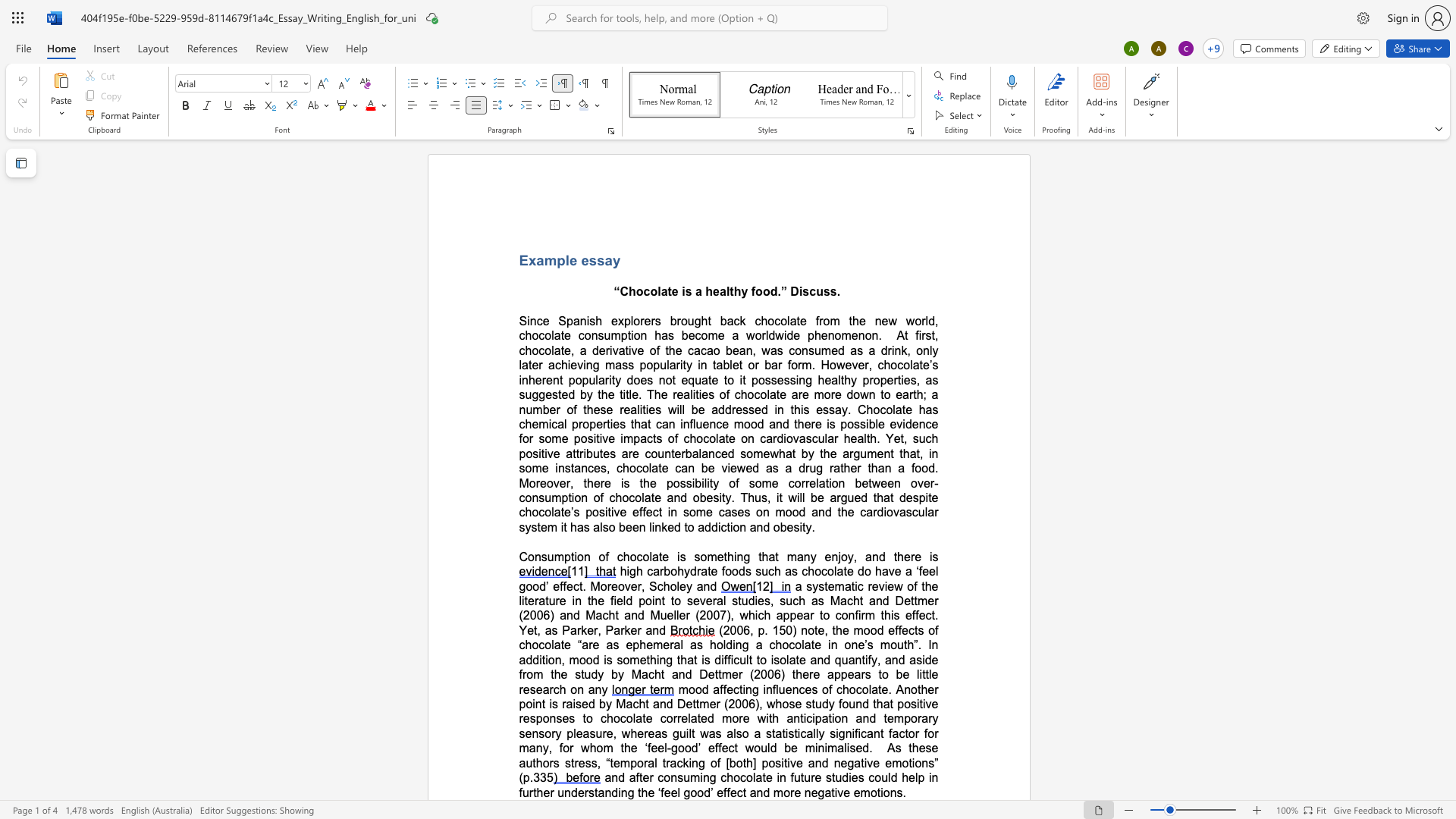  I want to click on the space between the continuous character "a" and "t" in the text, so click(790, 453).